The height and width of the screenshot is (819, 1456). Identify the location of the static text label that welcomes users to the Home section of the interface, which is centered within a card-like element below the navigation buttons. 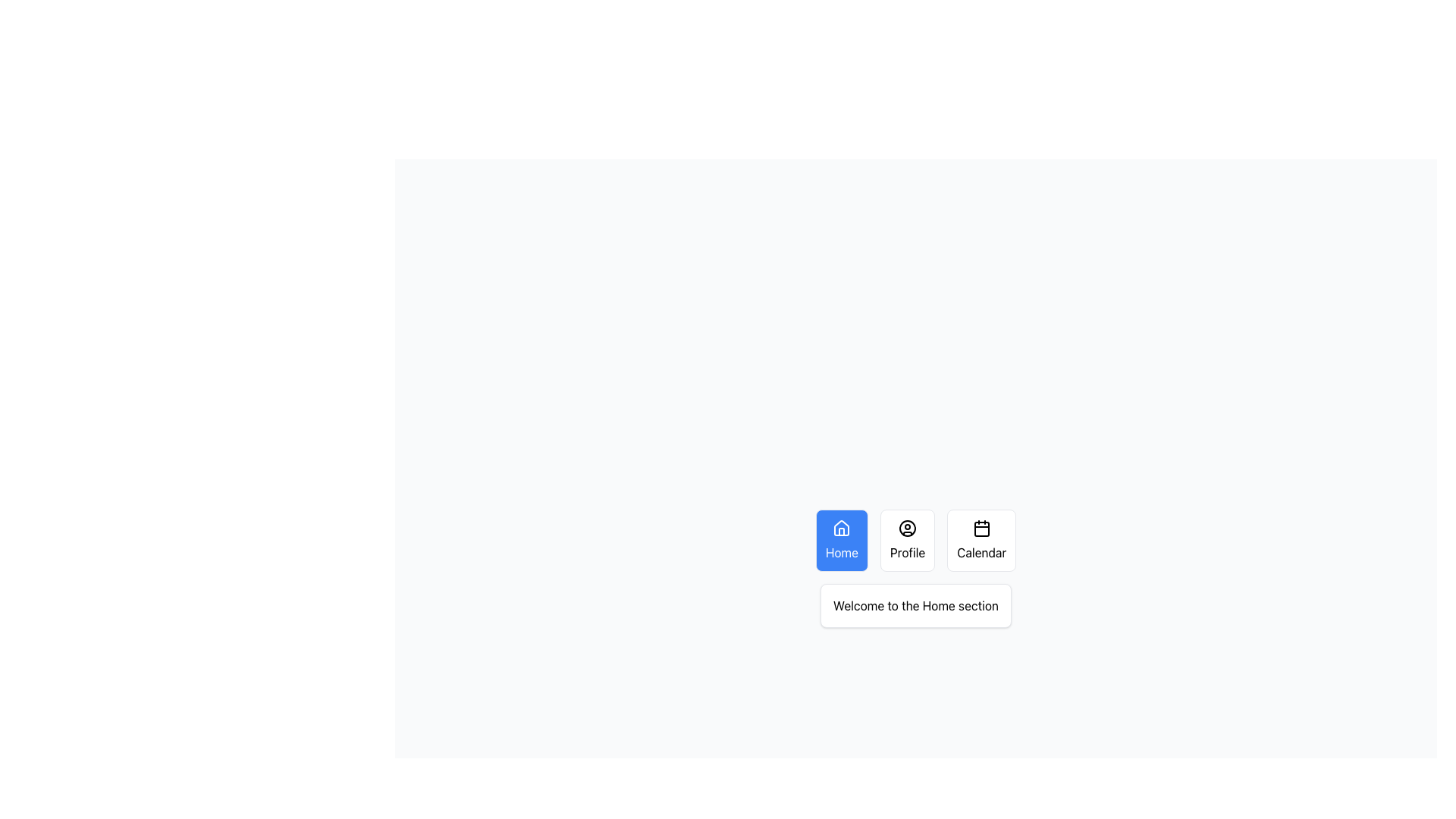
(915, 604).